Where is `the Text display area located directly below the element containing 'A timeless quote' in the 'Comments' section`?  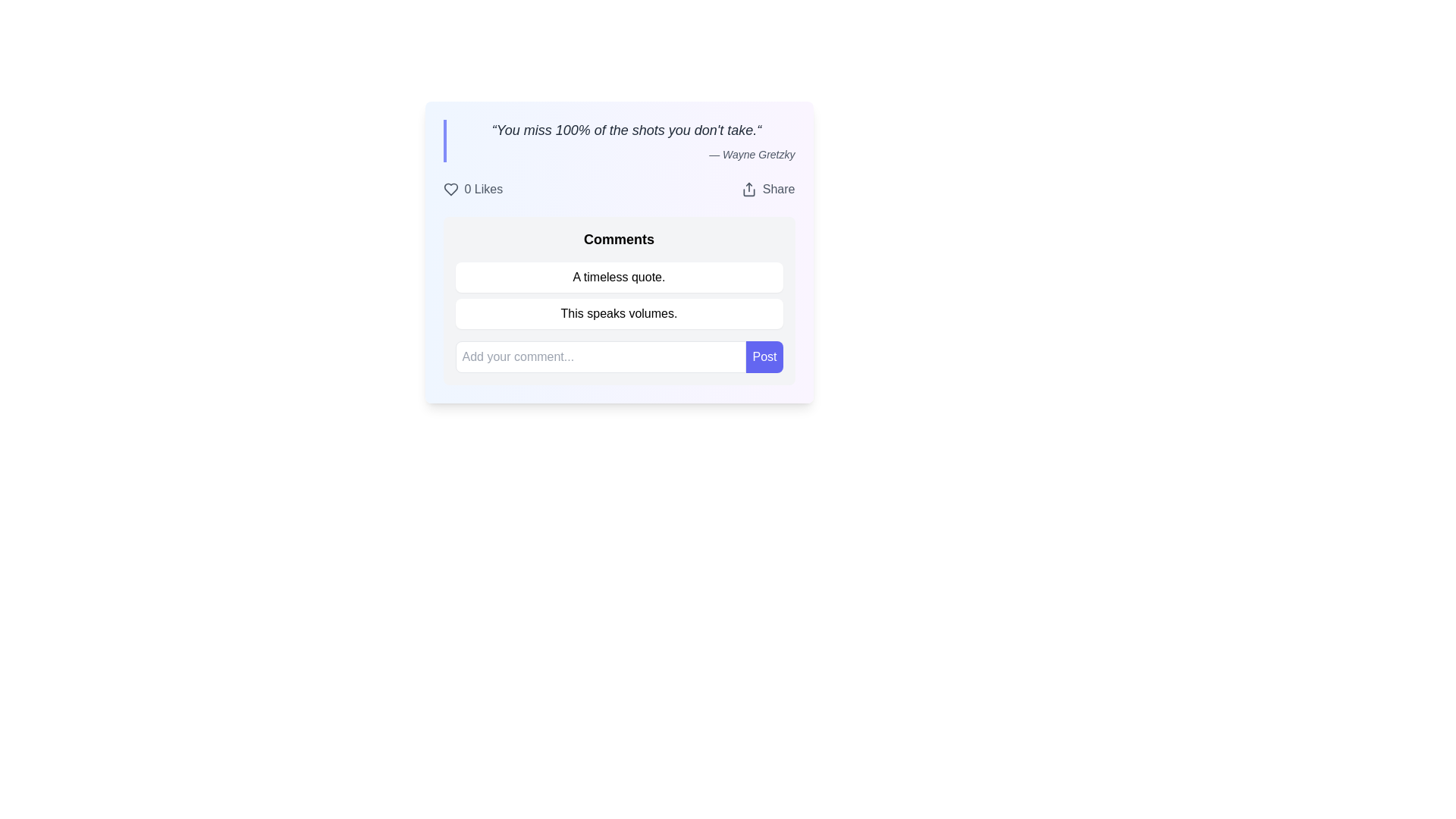 the Text display area located directly below the element containing 'A timeless quote' in the 'Comments' section is located at coordinates (619, 312).